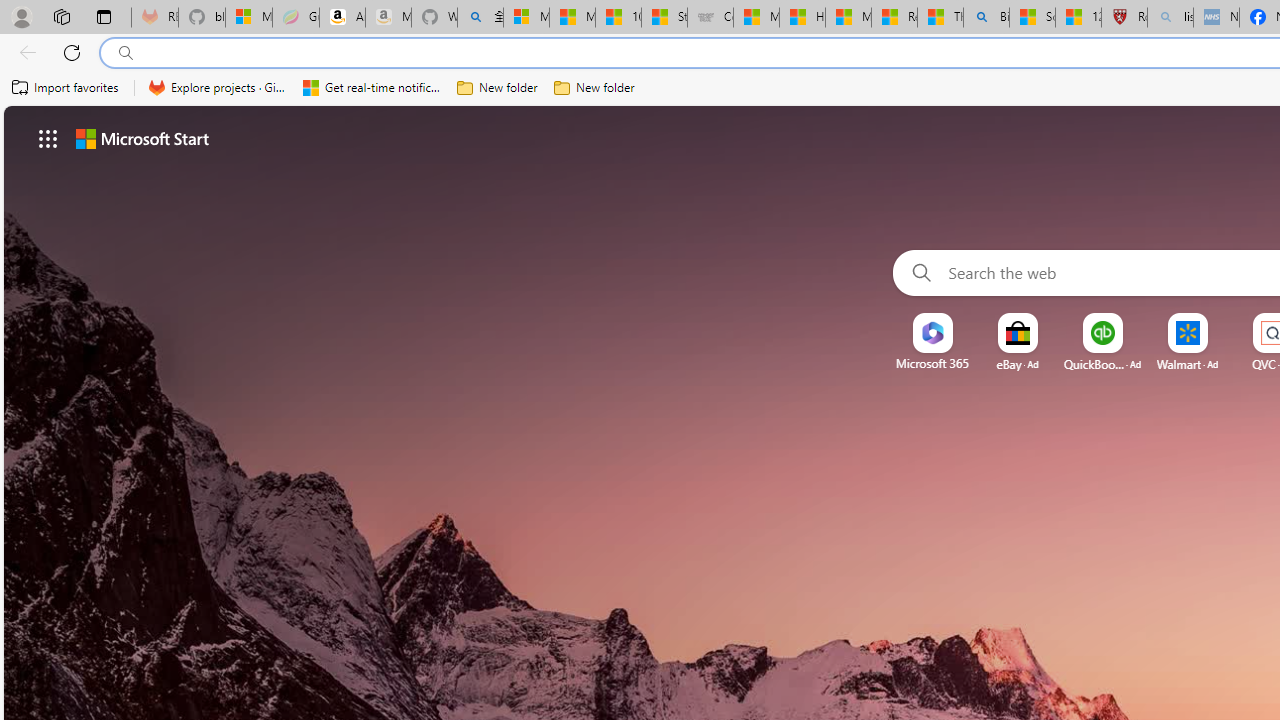 The image size is (1280, 720). I want to click on 'New folder', so click(593, 87).